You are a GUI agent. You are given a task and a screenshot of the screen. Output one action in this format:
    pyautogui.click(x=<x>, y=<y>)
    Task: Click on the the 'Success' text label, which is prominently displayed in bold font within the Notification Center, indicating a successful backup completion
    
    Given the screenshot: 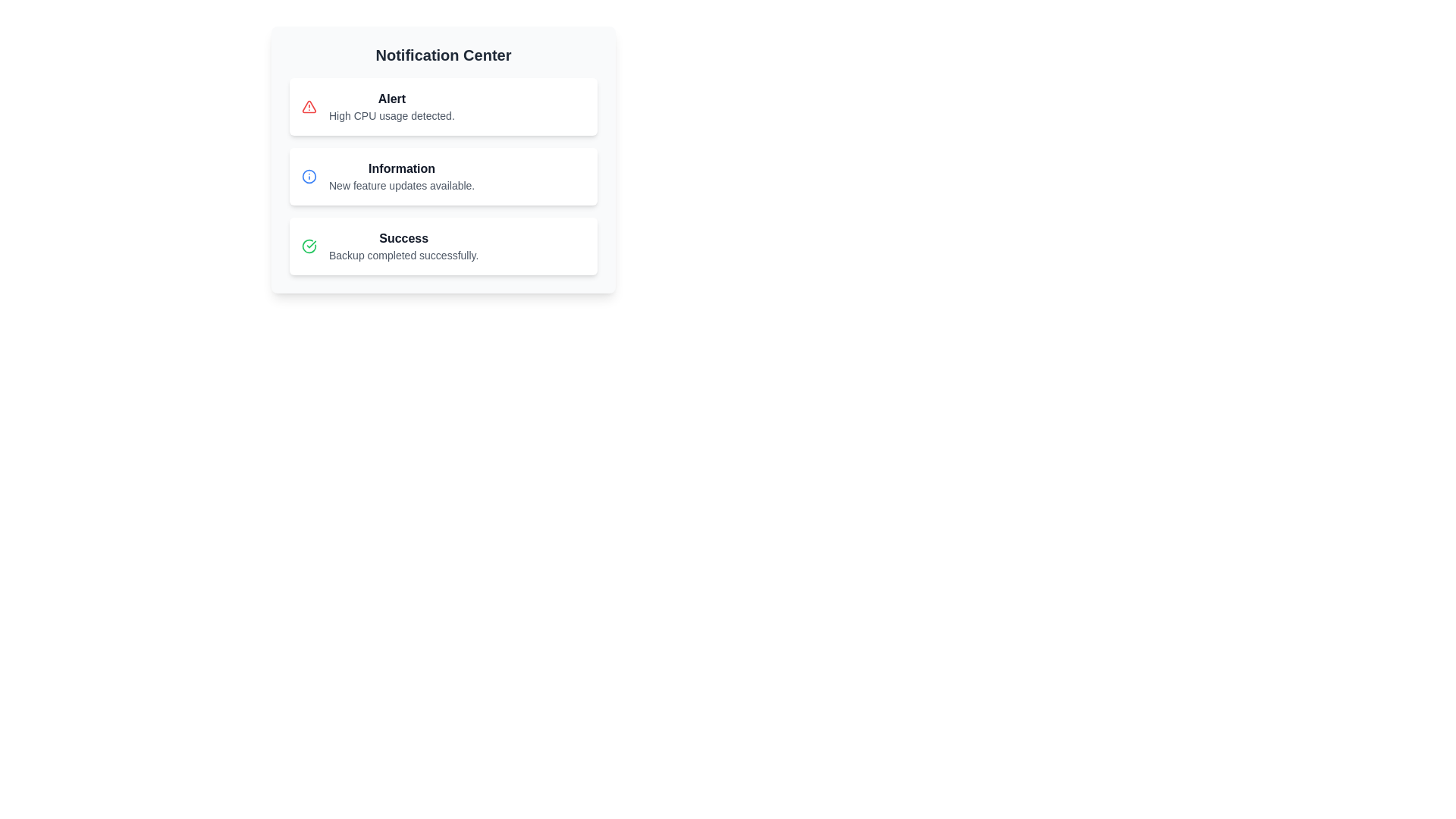 What is the action you would take?
    pyautogui.click(x=403, y=239)
    